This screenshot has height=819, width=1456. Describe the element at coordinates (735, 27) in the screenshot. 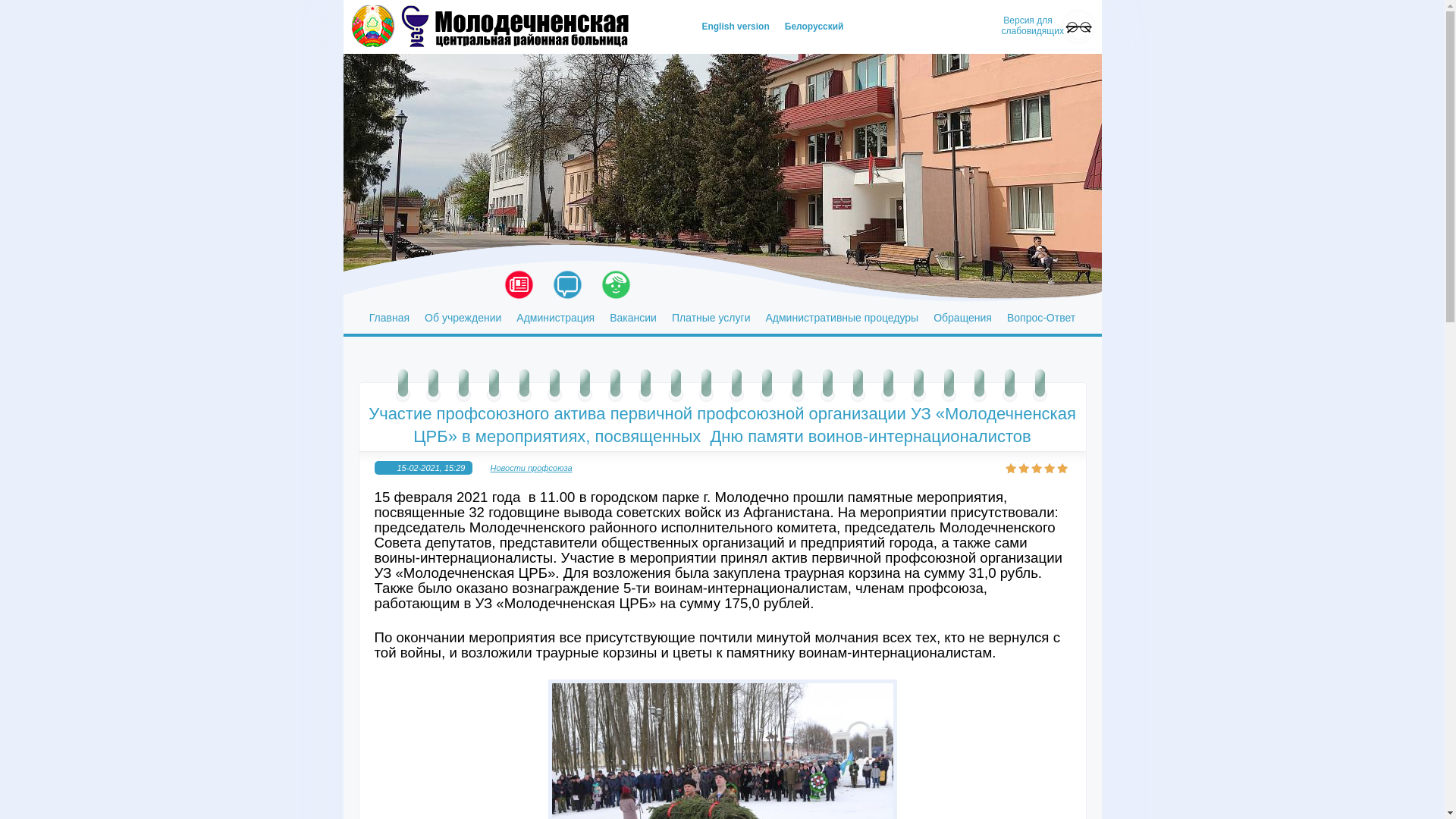

I see `'English version'` at that location.